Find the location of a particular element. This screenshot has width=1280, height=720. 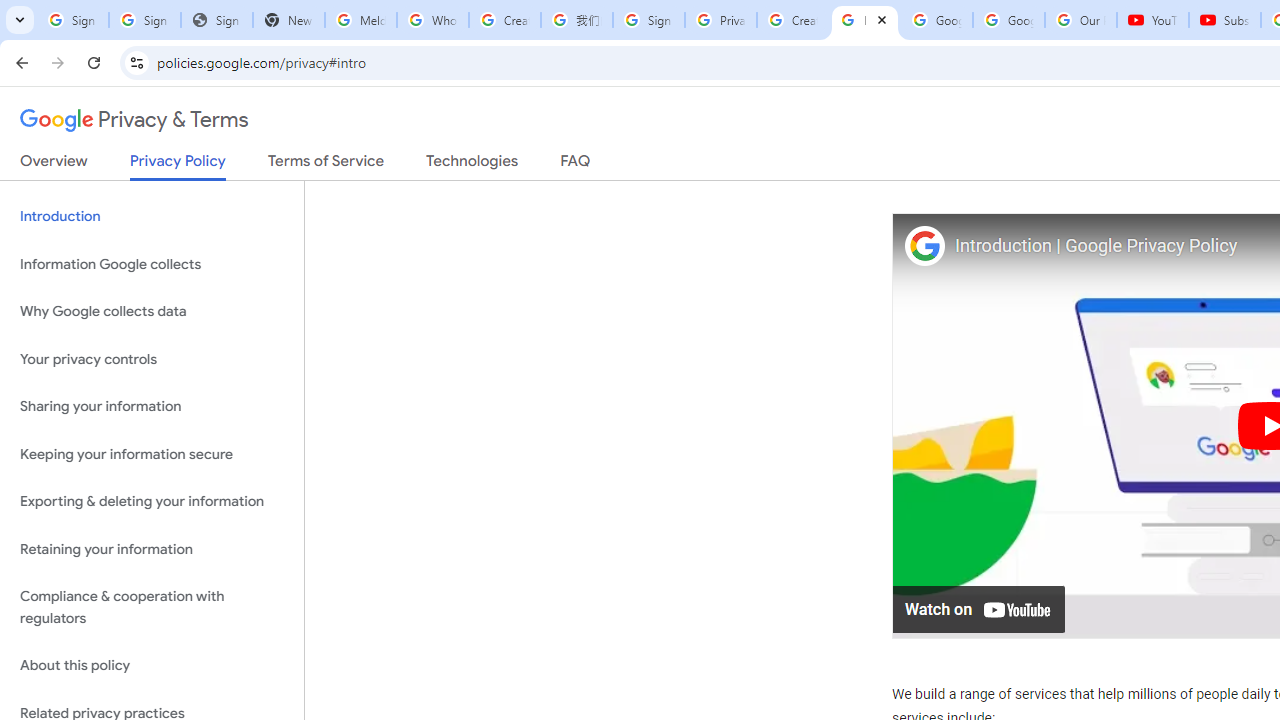

'Information Google collects' is located at coordinates (151, 263).